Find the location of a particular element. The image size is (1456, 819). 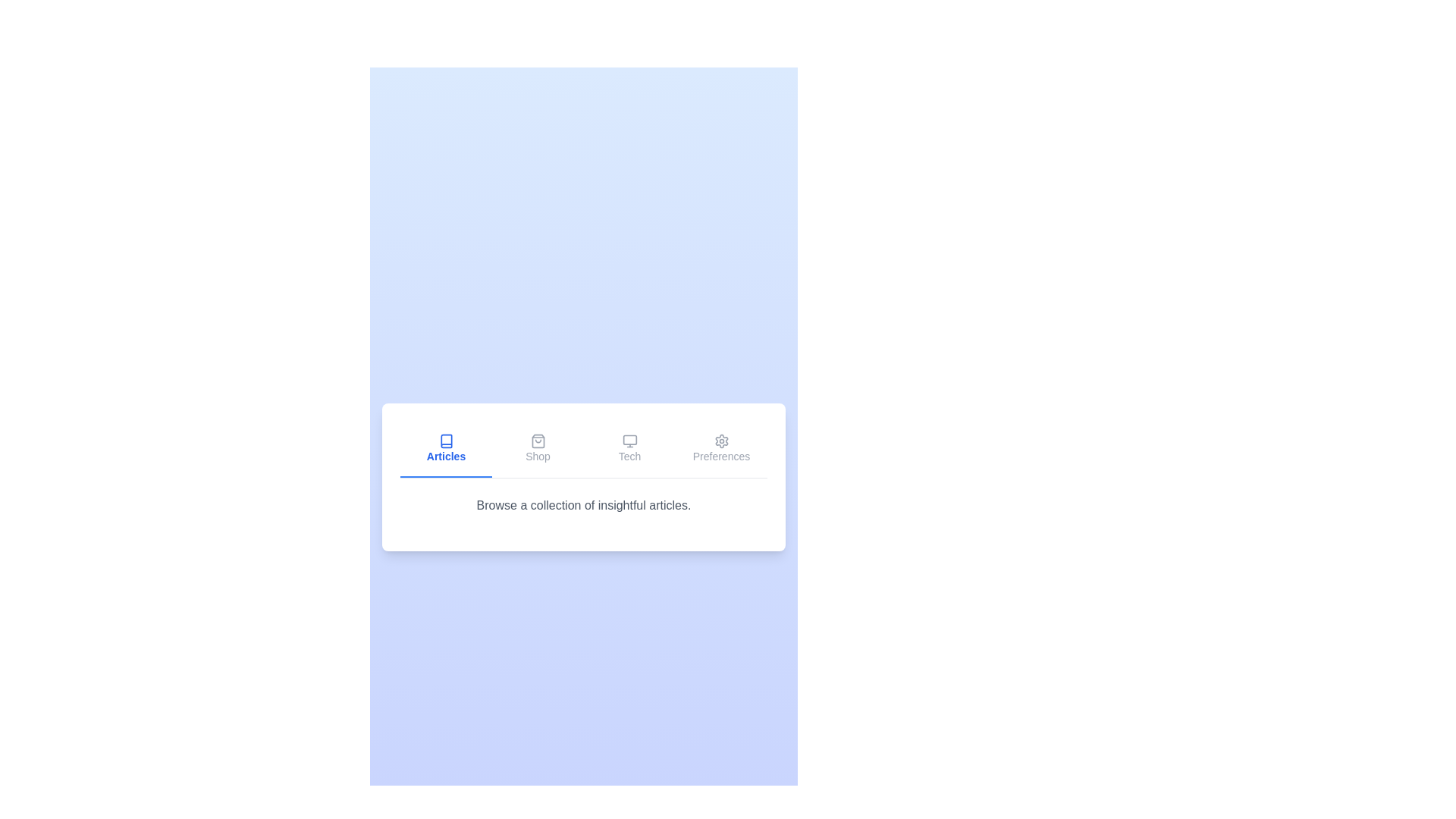

the tab labeled Shop to select it is located at coordinates (538, 448).